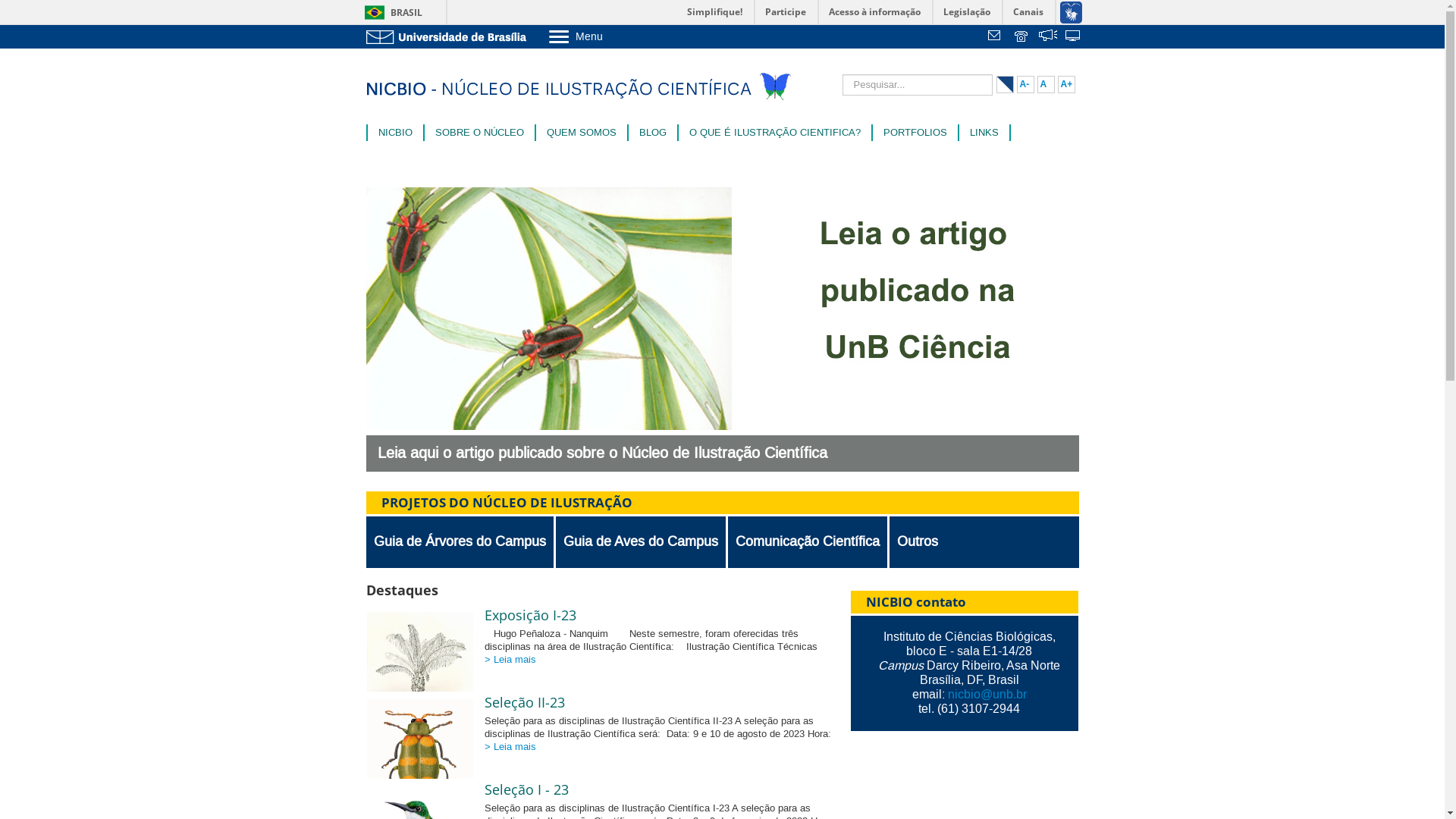  Describe the element at coordinates (987, 694) in the screenshot. I see `'nicbio@unb.br'` at that location.